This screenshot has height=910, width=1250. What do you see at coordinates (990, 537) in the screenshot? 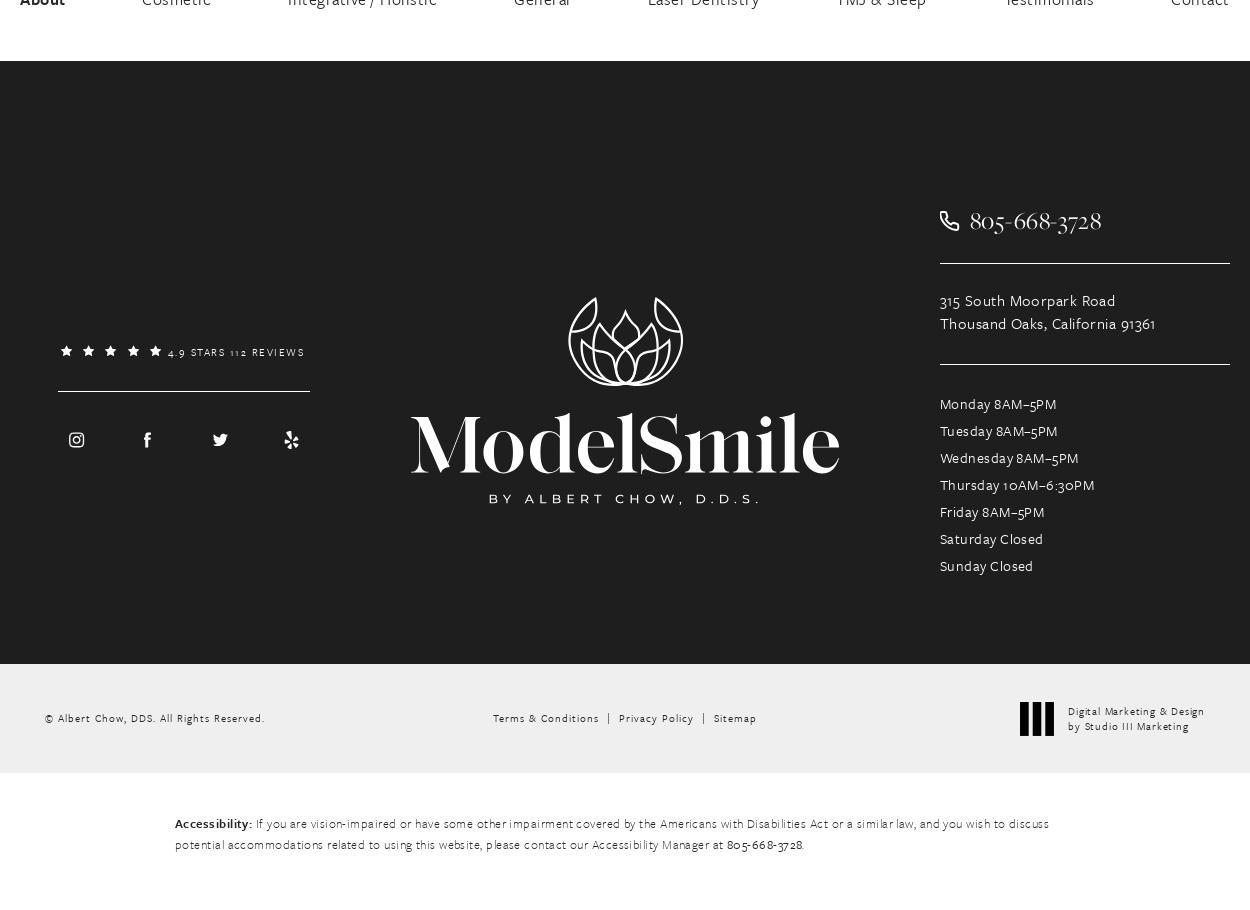
I see `'Saturday Closed'` at bounding box center [990, 537].